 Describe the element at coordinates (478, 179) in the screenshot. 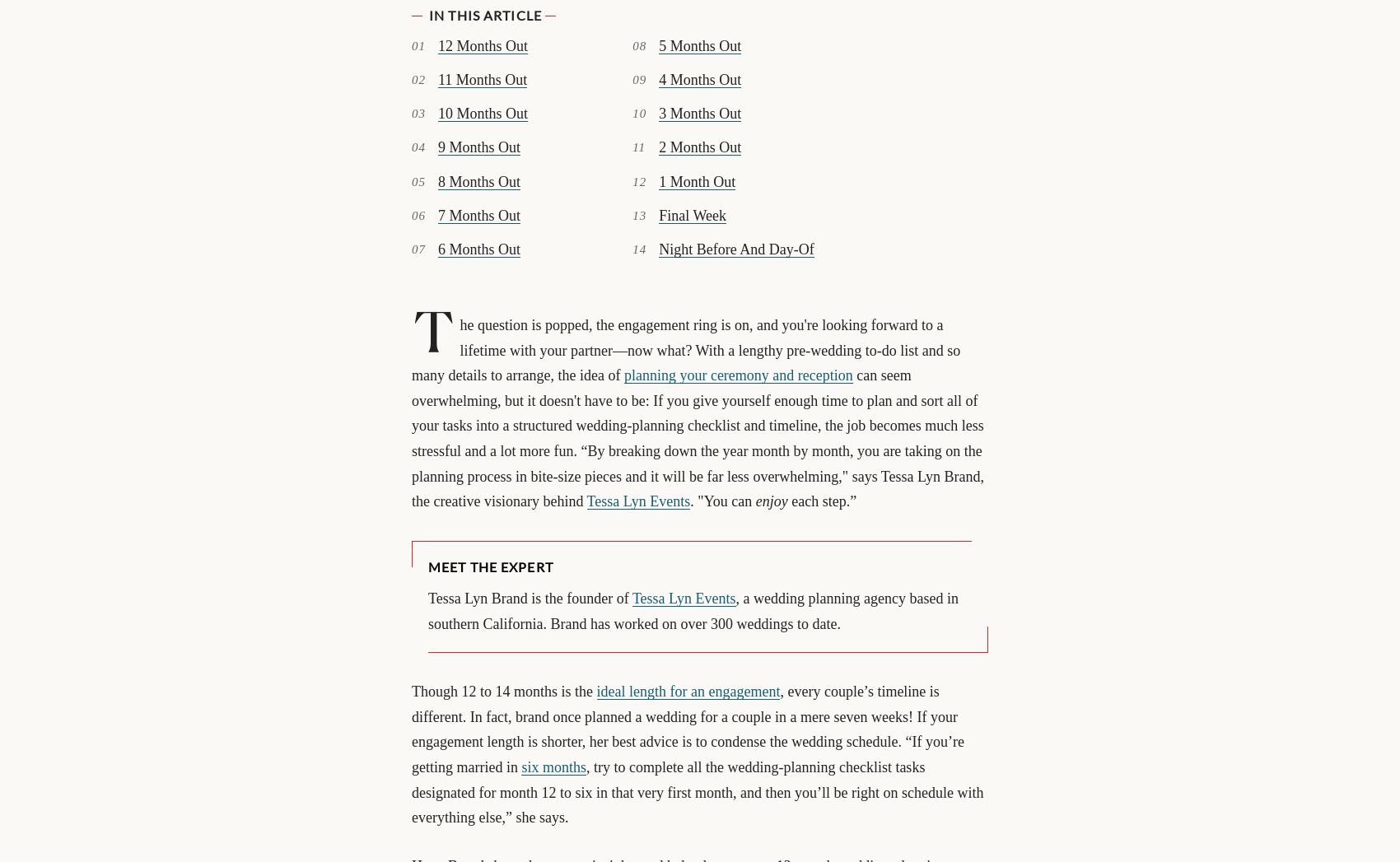

I see `'8 Months Out'` at that location.